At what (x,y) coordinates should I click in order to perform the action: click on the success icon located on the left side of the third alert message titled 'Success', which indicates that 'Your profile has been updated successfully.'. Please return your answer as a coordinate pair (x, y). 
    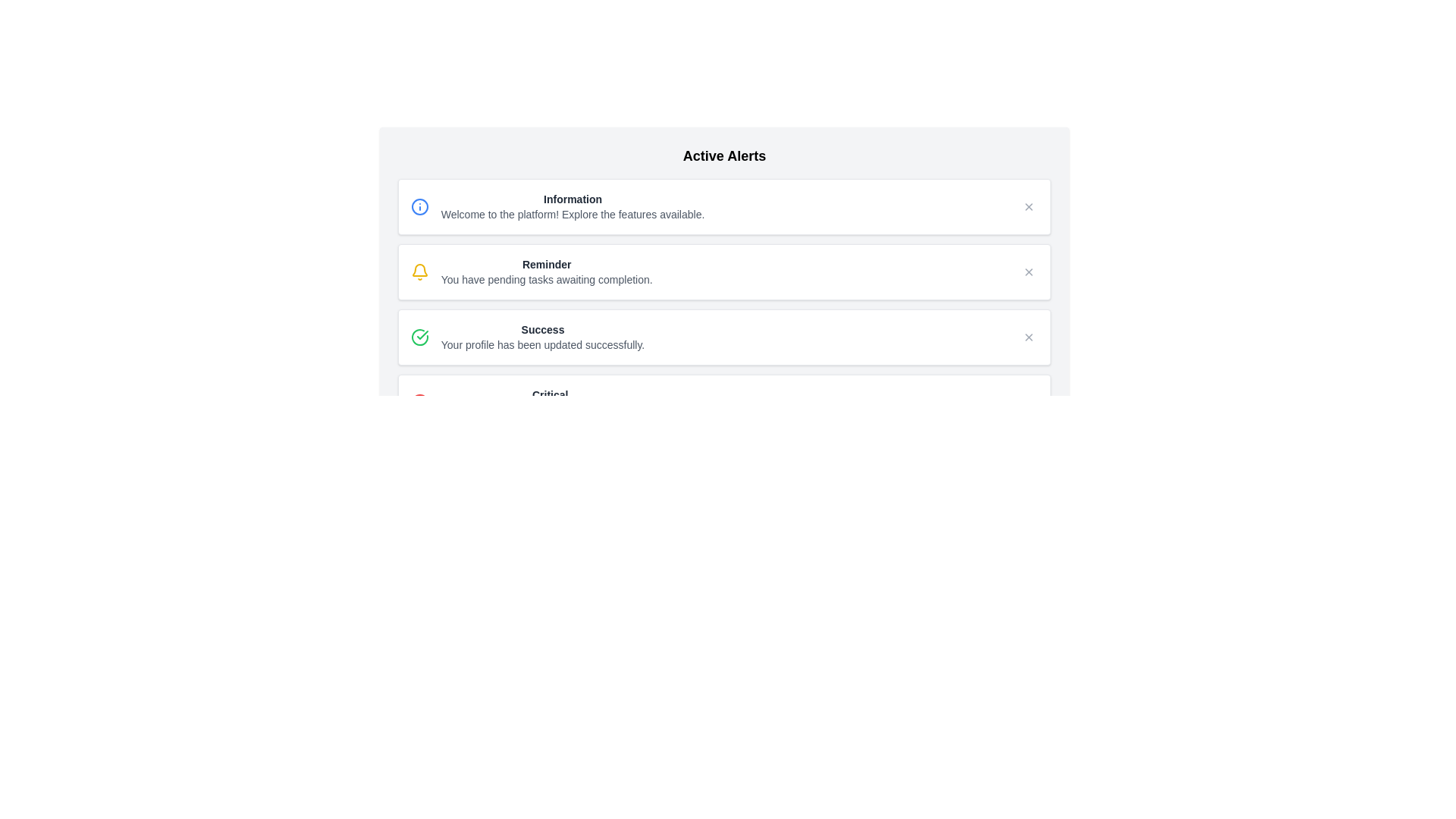
    Looking at the image, I should click on (419, 336).